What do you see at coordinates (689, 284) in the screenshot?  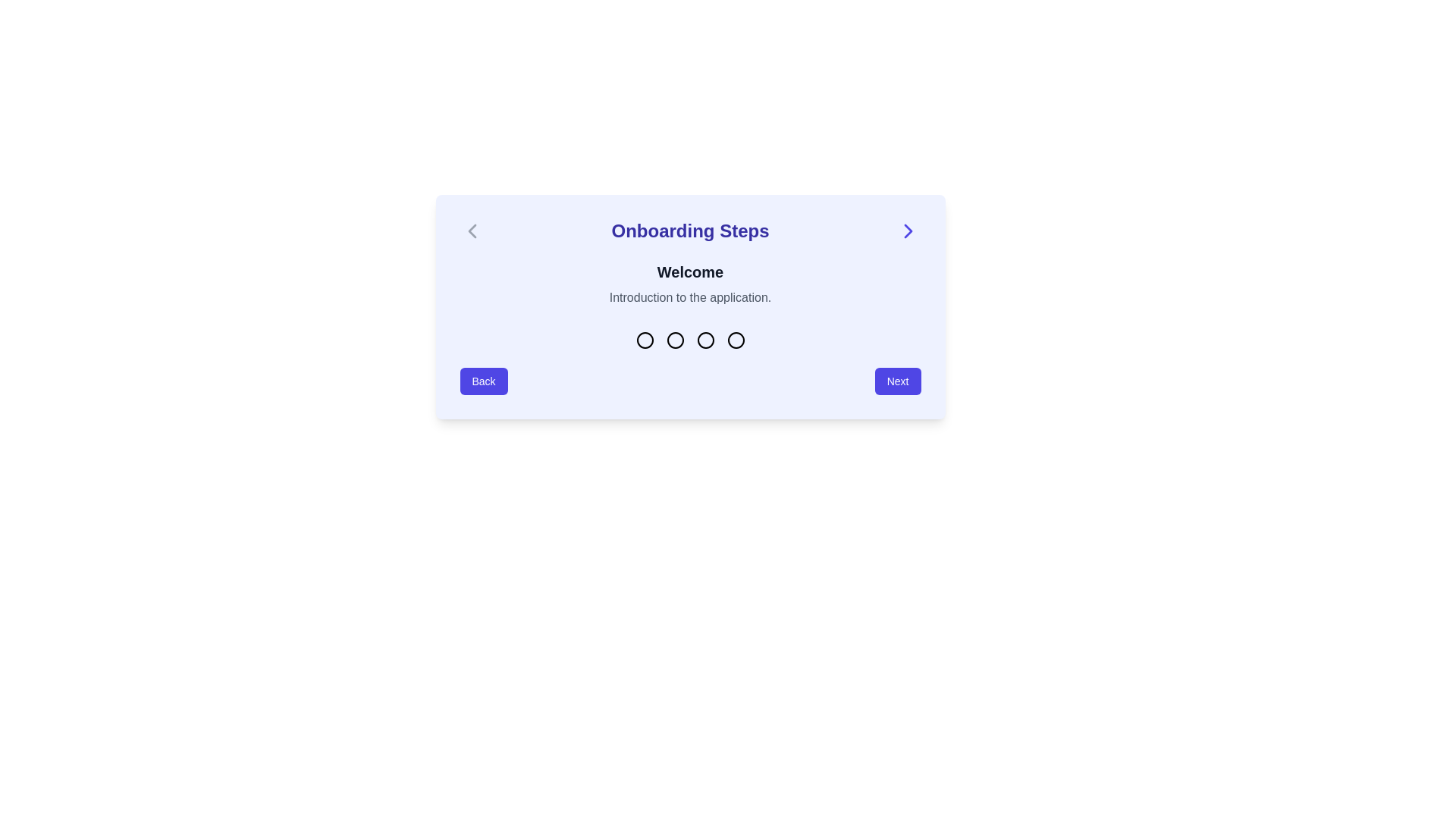 I see `the Static Text Area containing the text 'Welcome' and 'Introduction to the application.' which is centrally aligned in the dialog box titled 'Onboarding Steps.'` at bounding box center [689, 284].